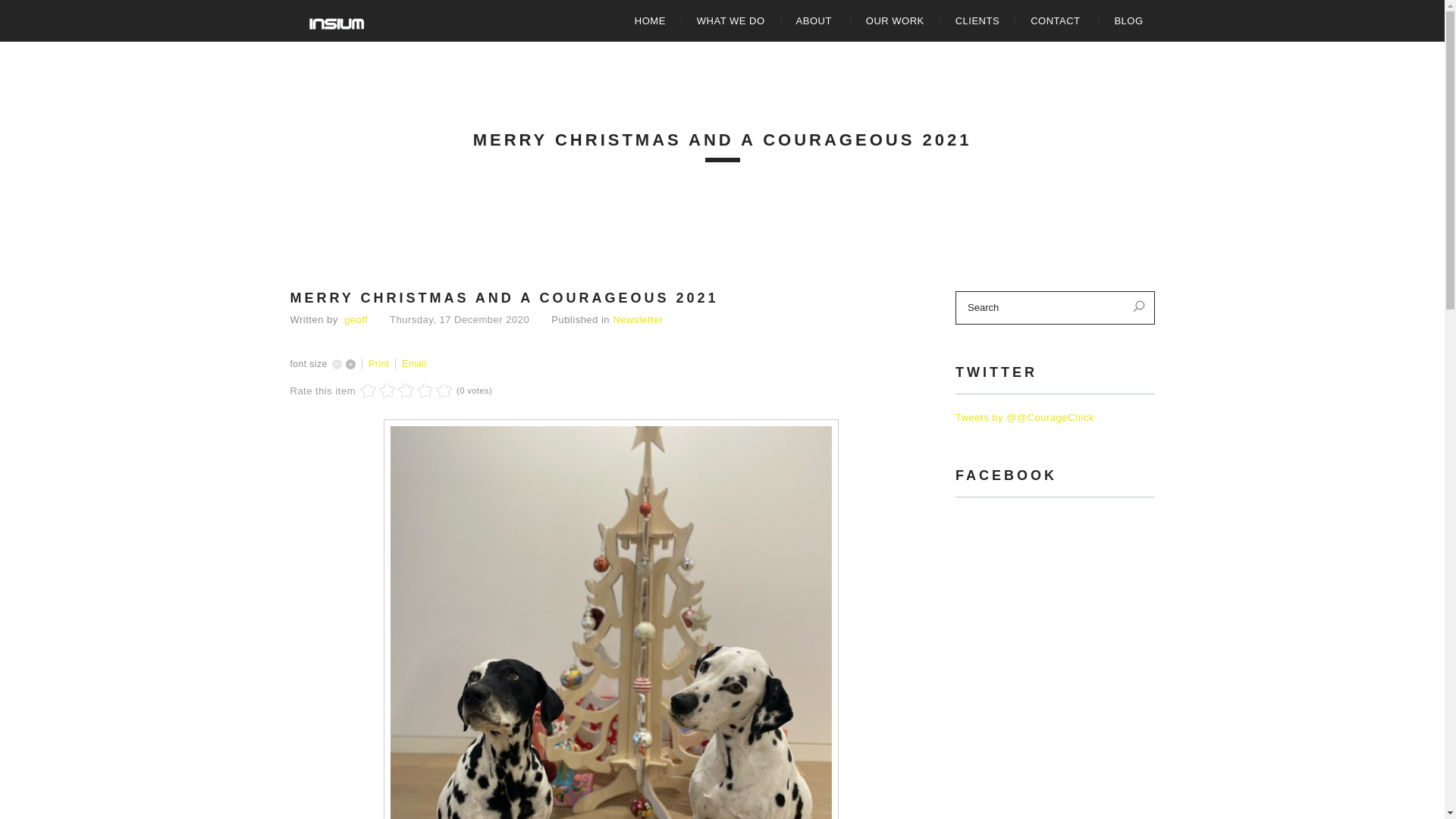  Describe the element at coordinates (637, 318) in the screenshot. I see `'Newsletter'` at that location.